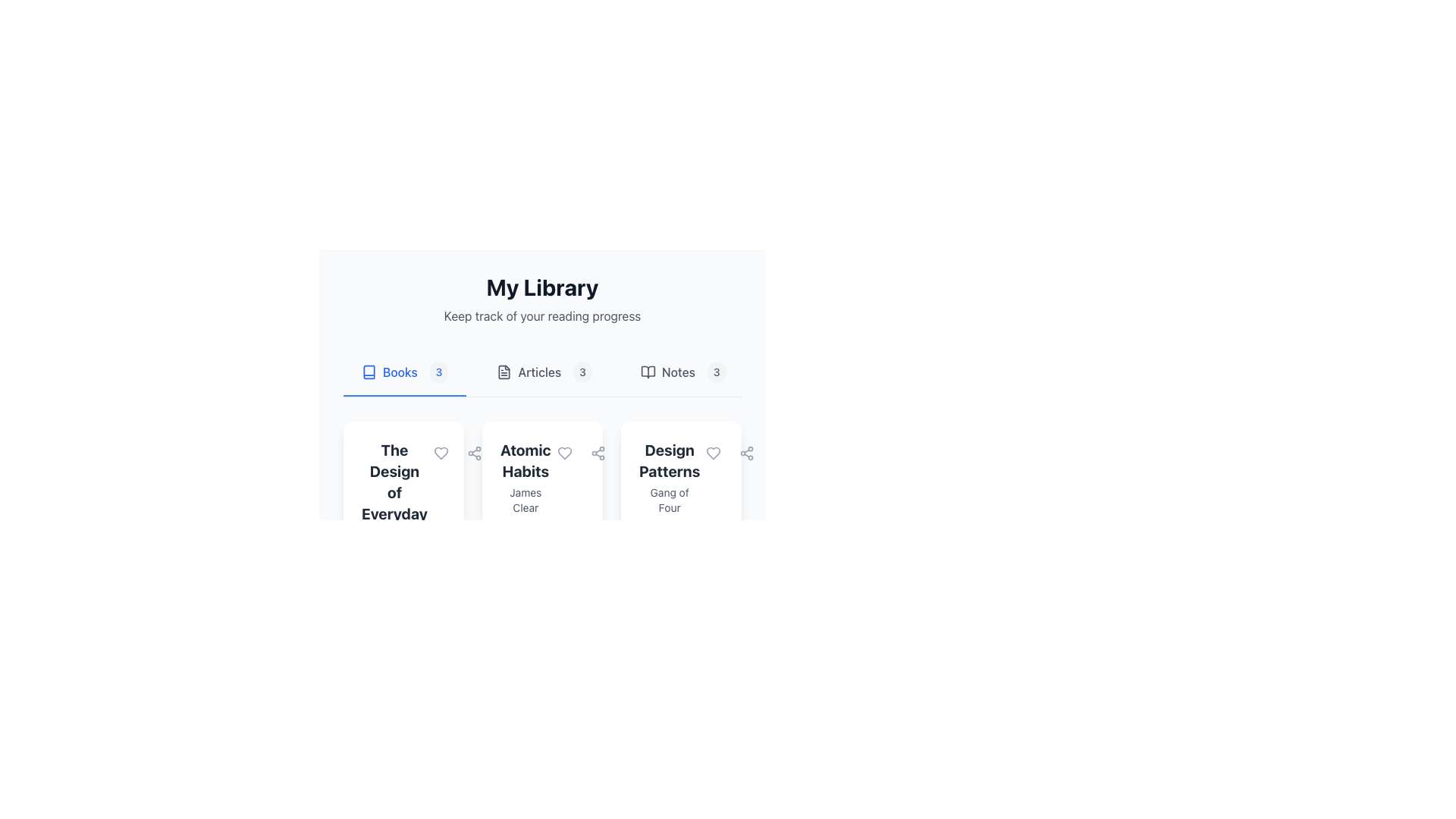 The height and width of the screenshot is (819, 1456). I want to click on the prominent Heading text that serves as the title for the section, indicating the context of the content below it, so click(542, 287).